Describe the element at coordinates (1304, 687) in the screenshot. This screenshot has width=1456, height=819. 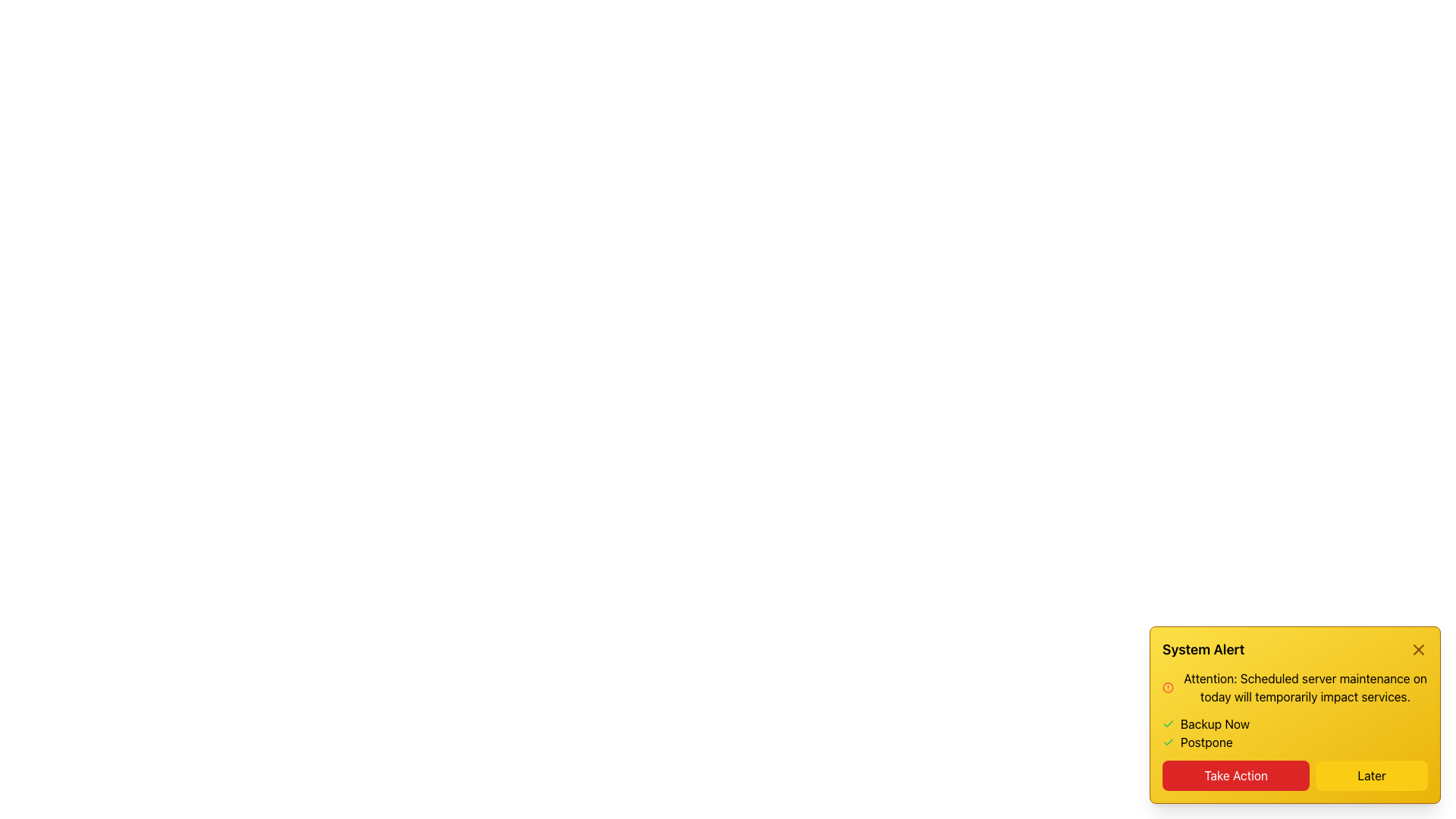
I see `the text message stating 'Attention: Scheduled server maintenance on today will temporarily impact services', which is styled in black on a yellow background within the alert box` at that location.